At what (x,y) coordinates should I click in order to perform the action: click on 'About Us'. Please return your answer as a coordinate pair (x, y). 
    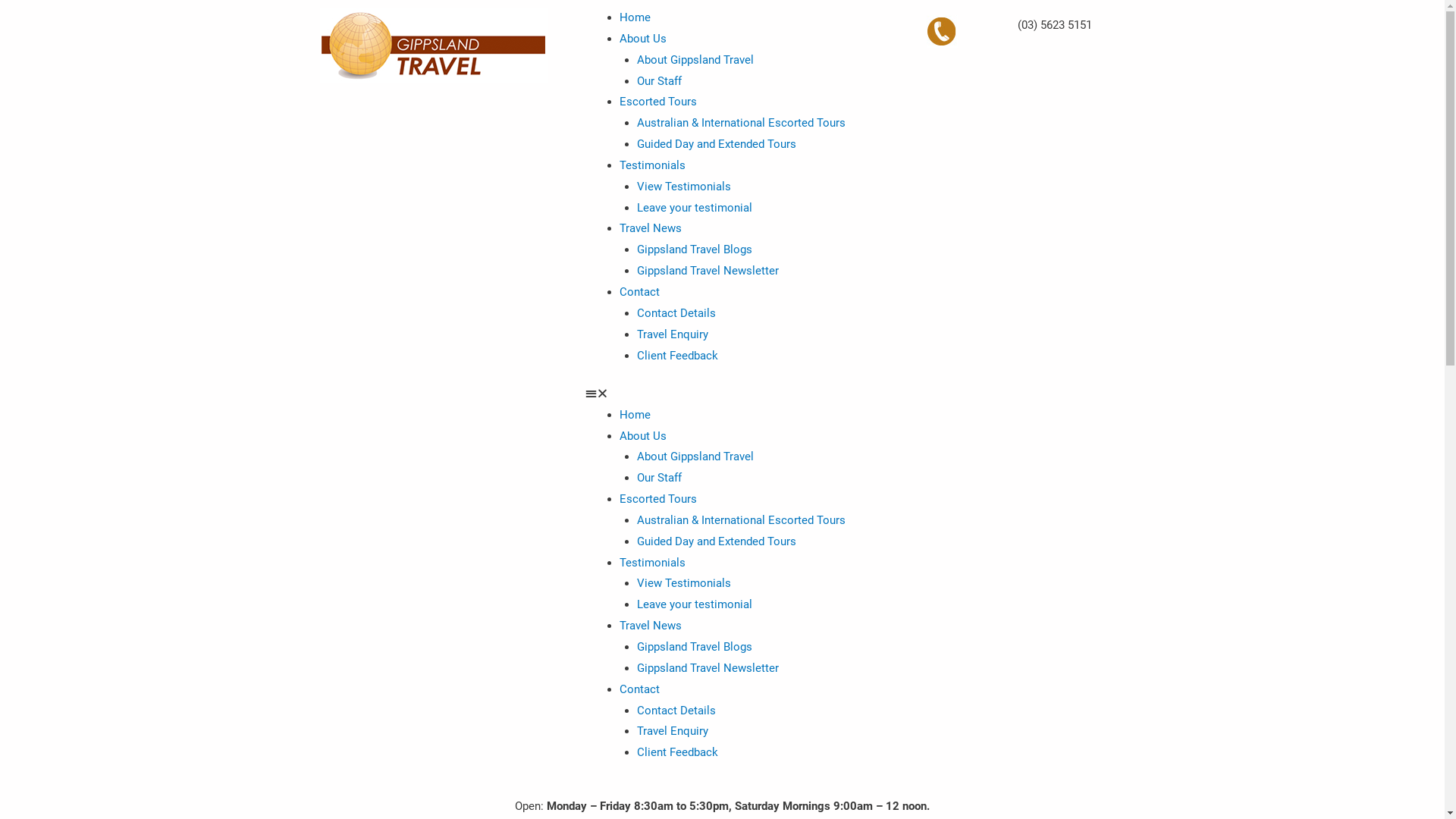
    Looking at the image, I should click on (643, 435).